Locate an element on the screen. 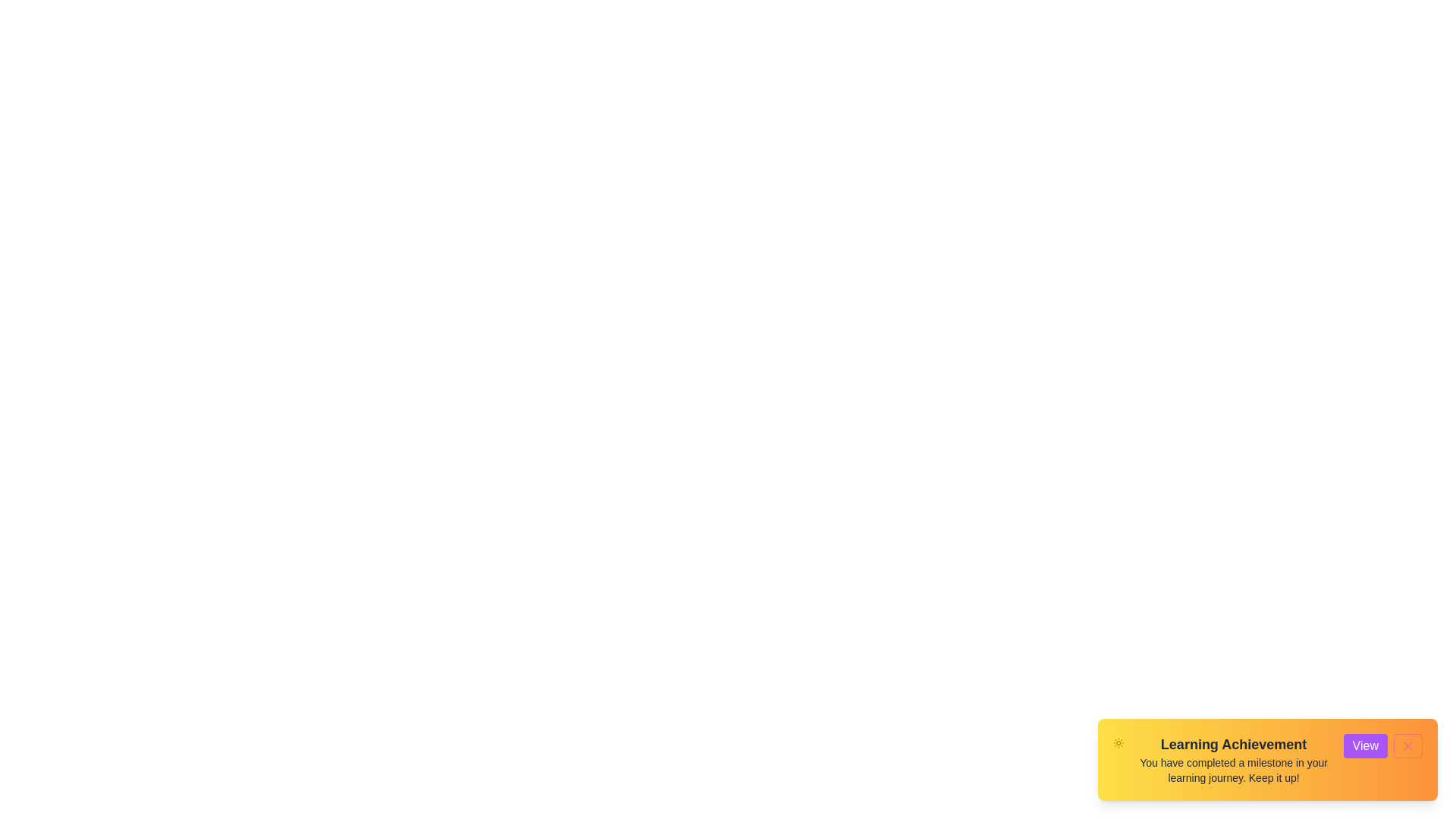 The image size is (1456, 819). 'View' button is located at coordinates (1365, 745).